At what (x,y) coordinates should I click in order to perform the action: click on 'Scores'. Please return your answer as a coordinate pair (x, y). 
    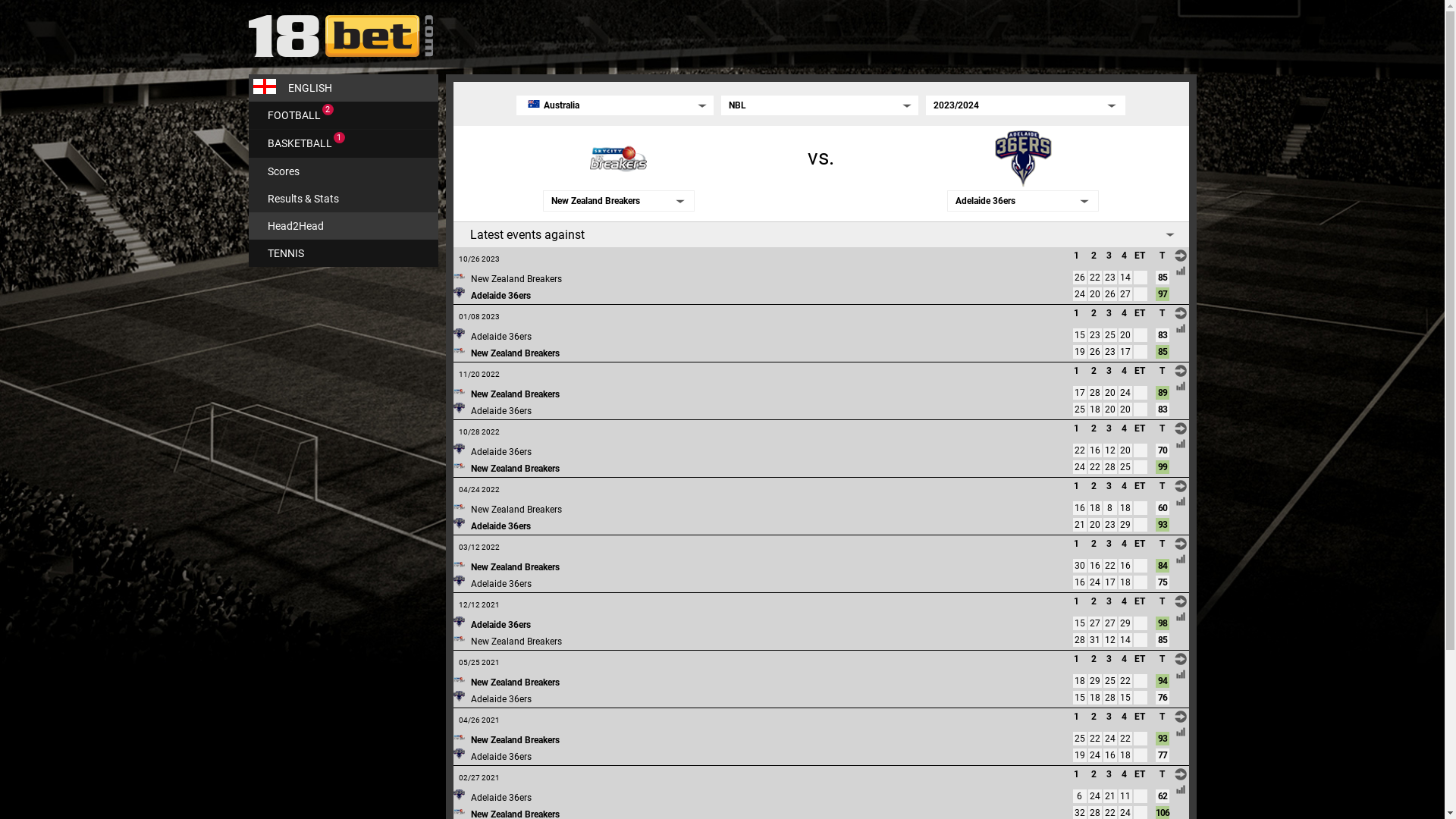
    Looking at the image, I should click on (342, 171).